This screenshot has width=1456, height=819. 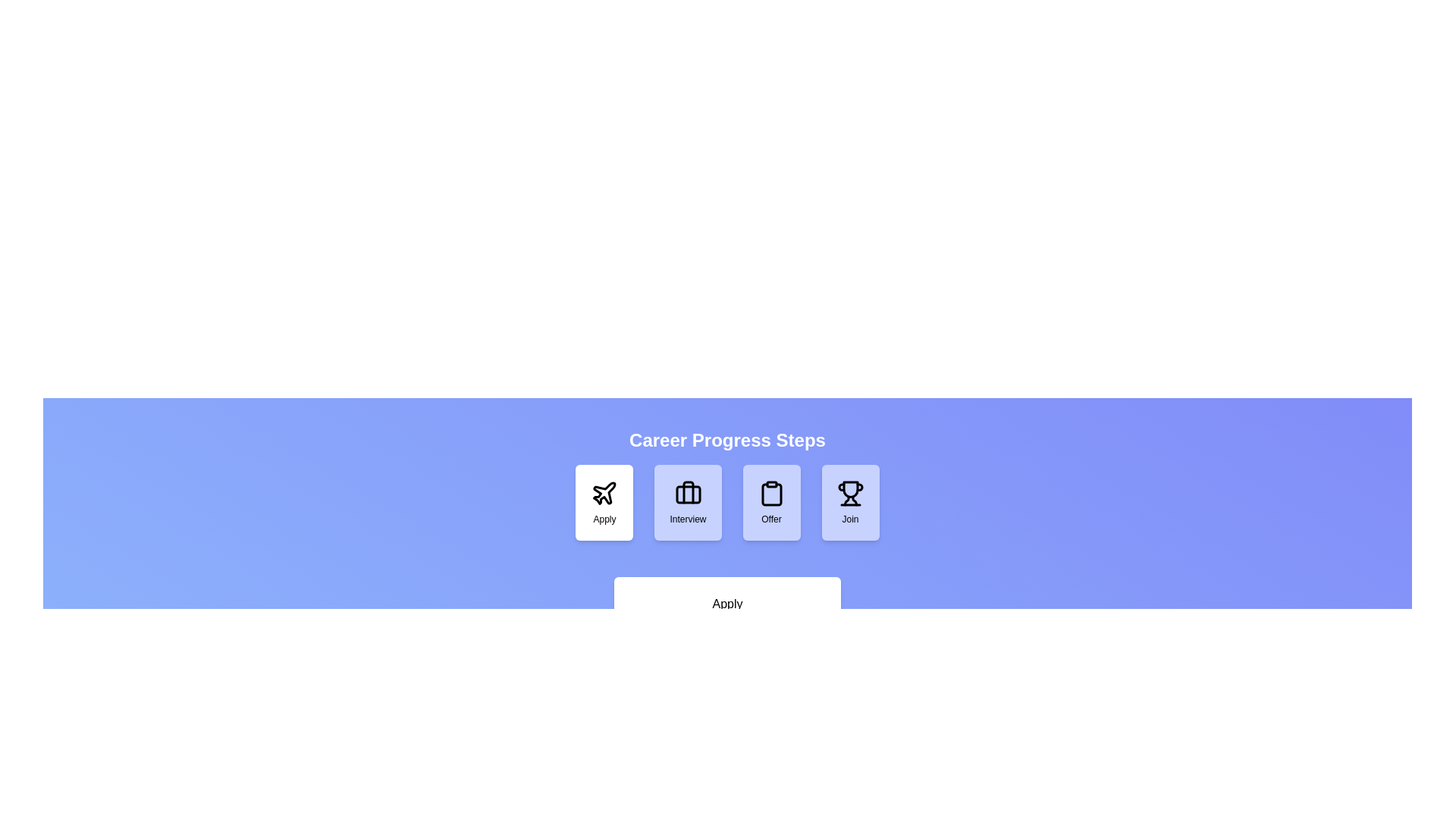 I want to click on the icon corresponding to the career step Interview, so click(x=687, y=503).